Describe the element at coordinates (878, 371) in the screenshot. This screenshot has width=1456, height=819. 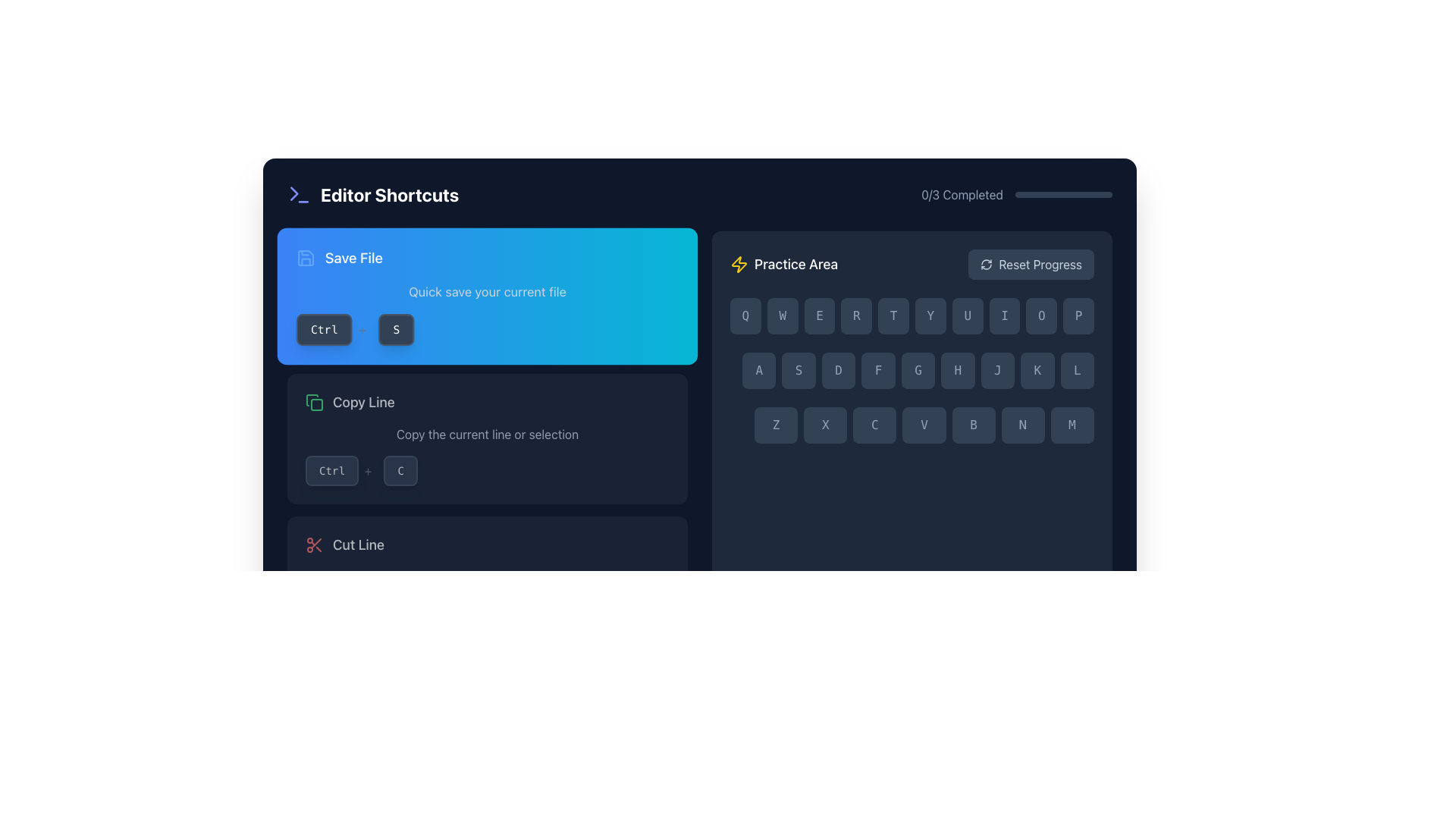
I see `the virtual keyboard button located in the 'Practice Area' on the right side of the interface` at that location.